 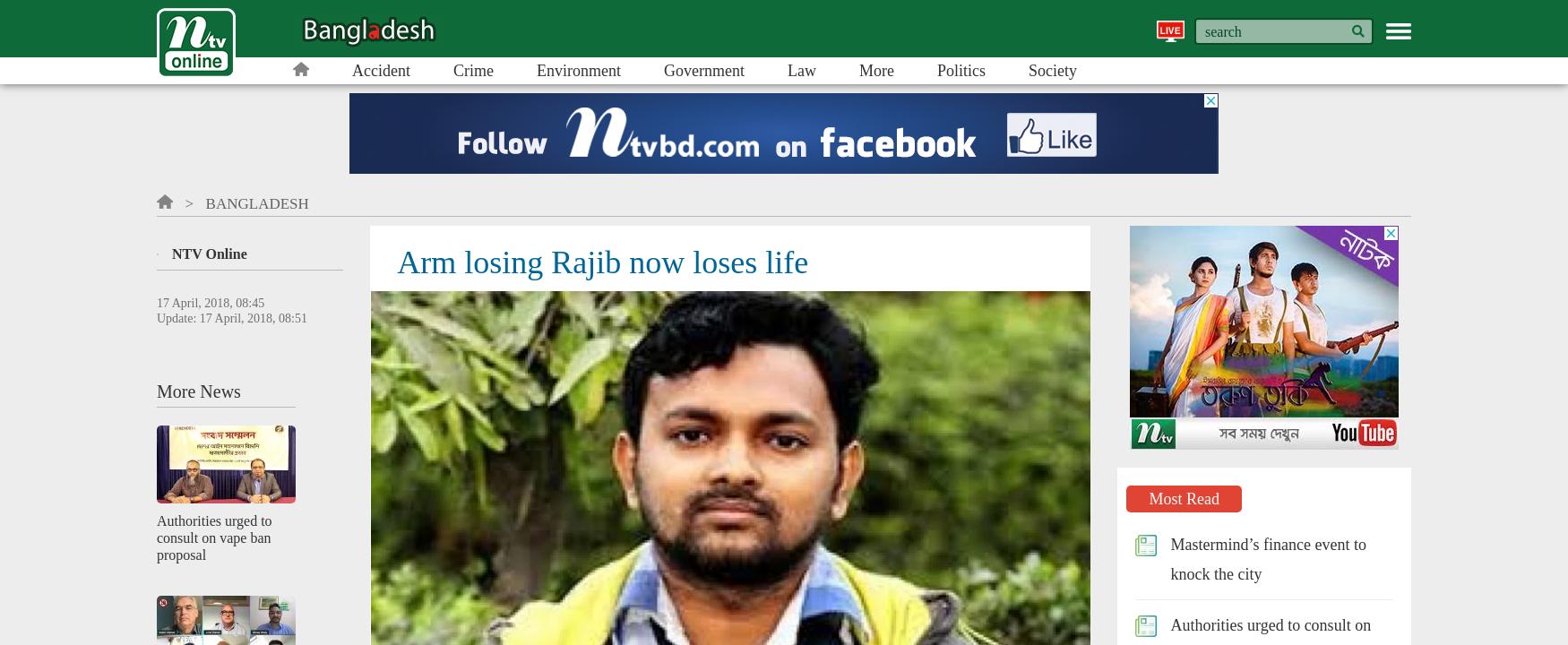 I want to click on 'More News', so click(x=198, y=390).